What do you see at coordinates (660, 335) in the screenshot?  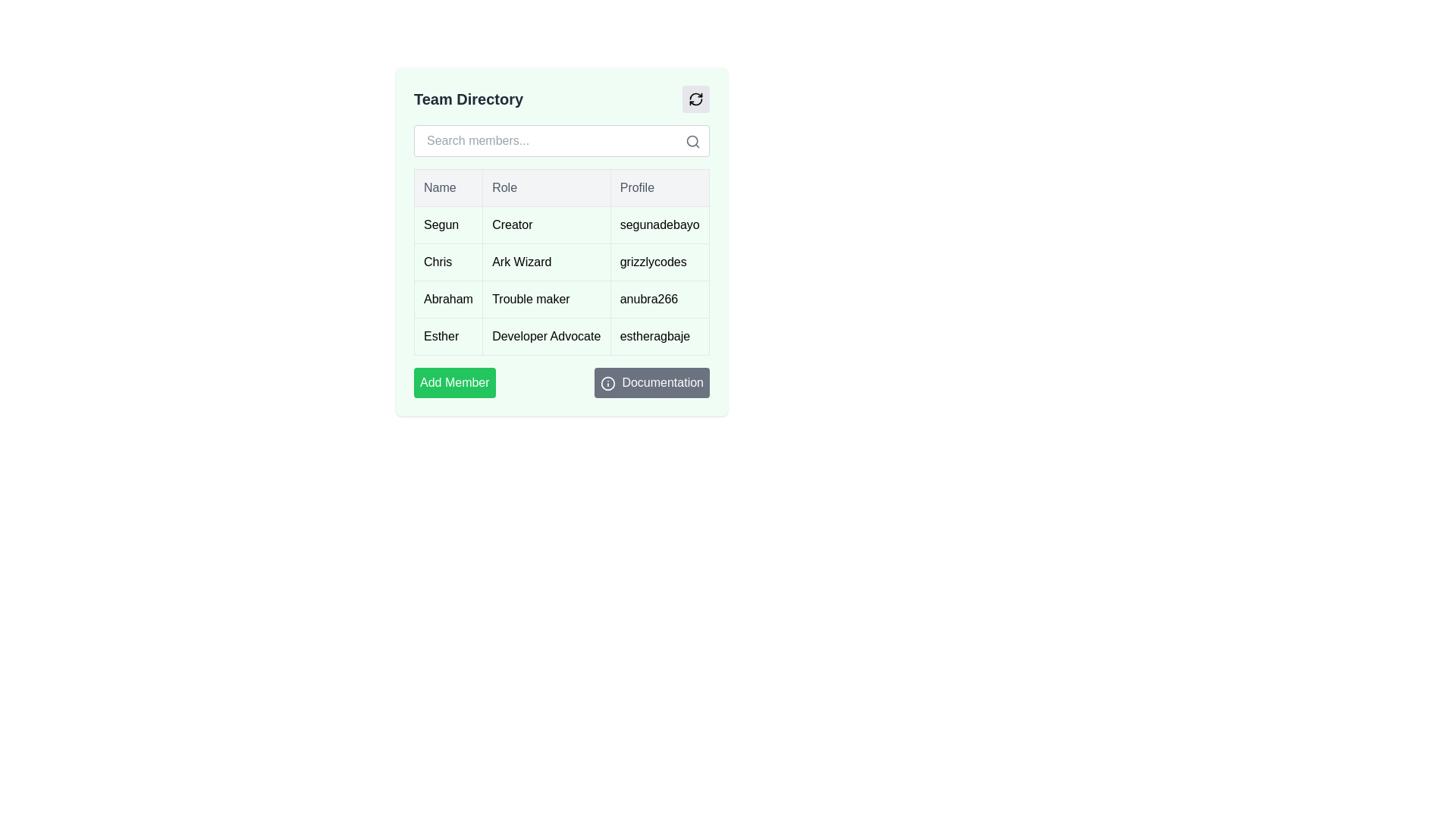 I see `the text label displaying 'estheragbaje' in the 'Profile' column of the structured table` at bounding box center [660, 335].